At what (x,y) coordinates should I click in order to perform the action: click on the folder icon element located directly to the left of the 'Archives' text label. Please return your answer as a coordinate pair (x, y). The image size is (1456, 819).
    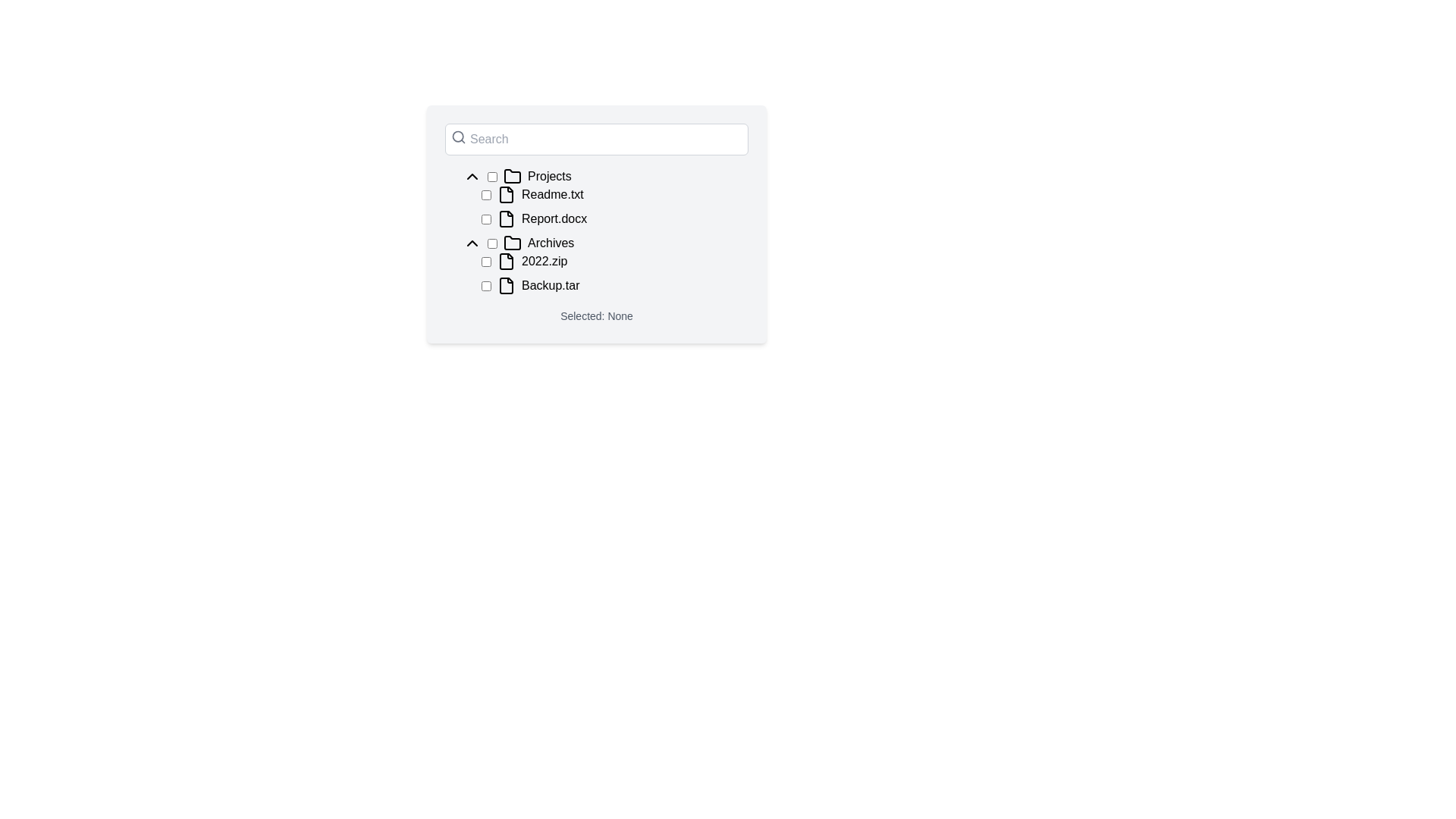
    Looking at the image, I should click on (513, 242).